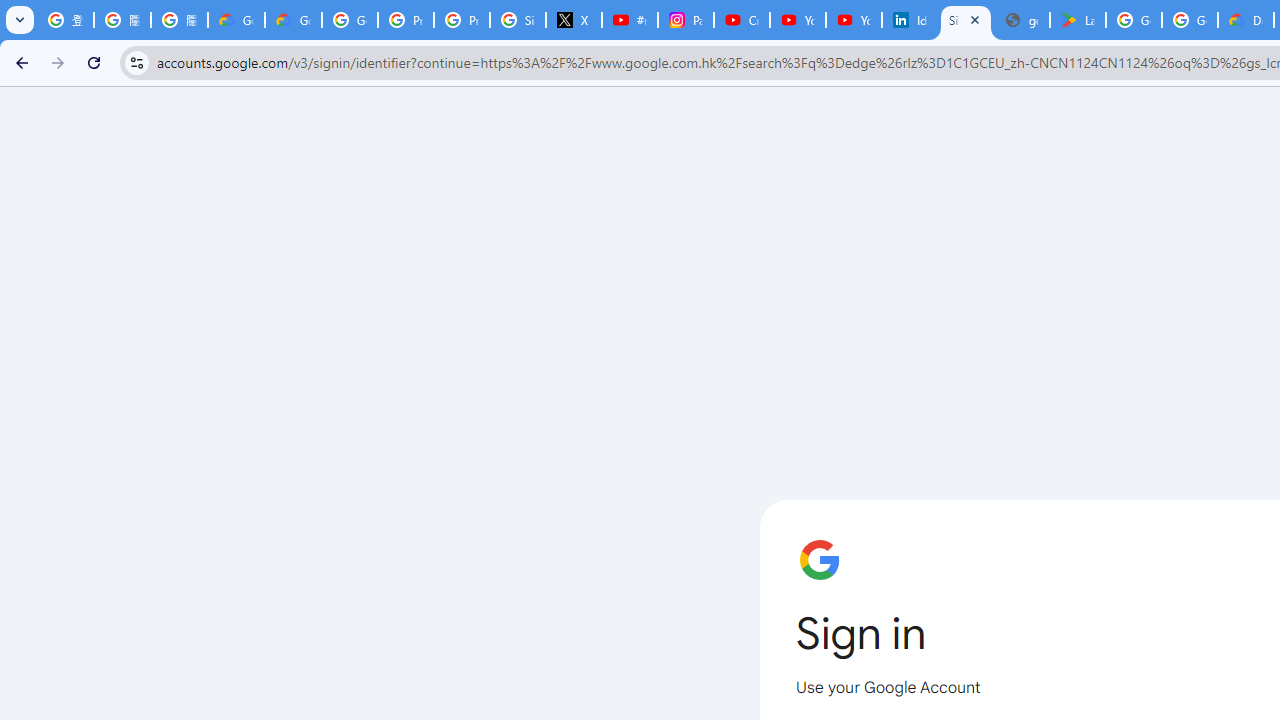 This screenshot has height=720, width=1280. What do you see at coordinates (1076, 20) in the screenshot?
I see `'Last Shelter: Survival - Apps on Google Play'` at bounding box center [1076, 20].